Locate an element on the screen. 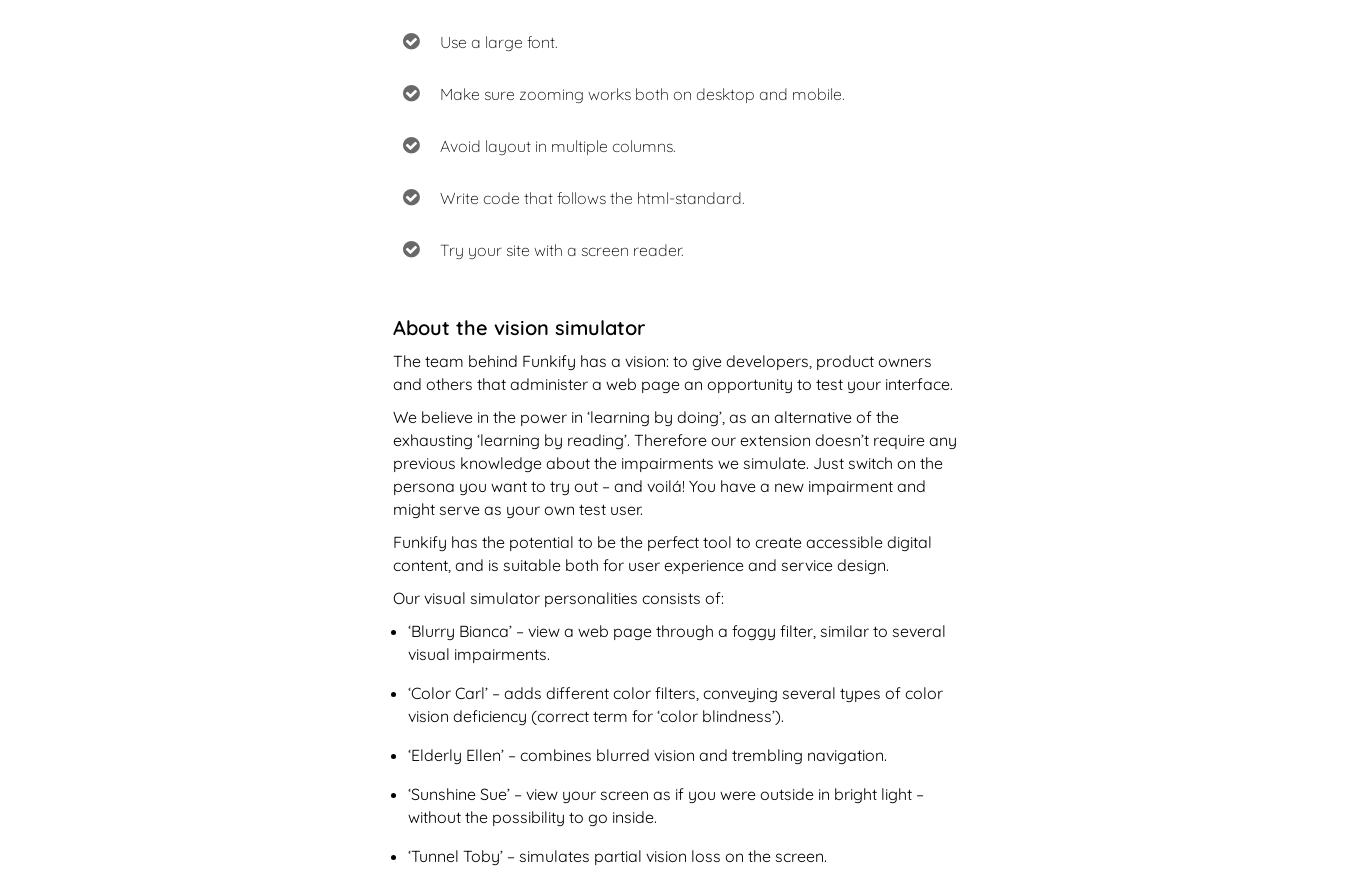  '‘Tunnel Toby’ – simulates partial vision loss on the screen.' is located at coordinates (616, 855).